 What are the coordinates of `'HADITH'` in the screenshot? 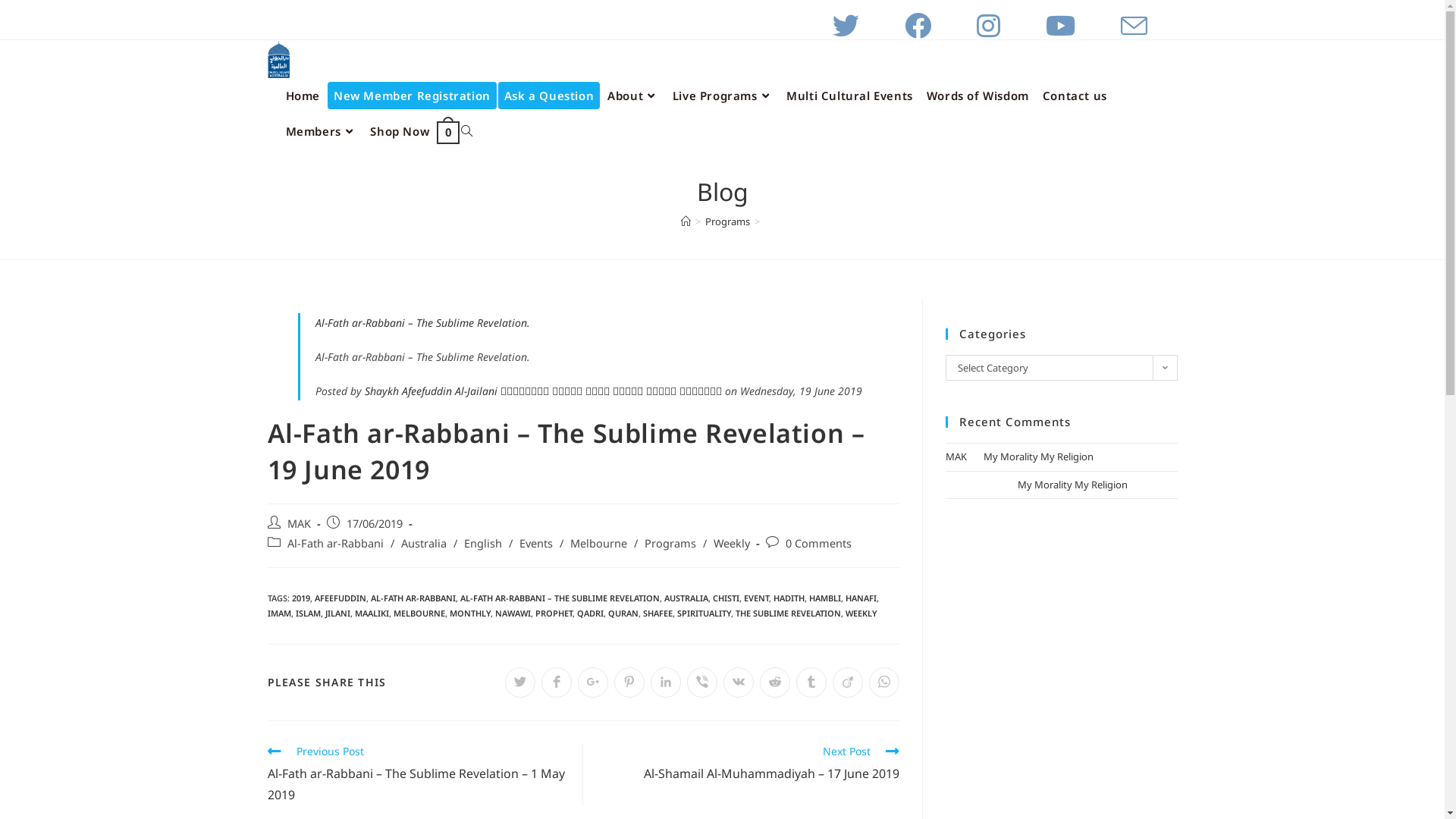 It's located at (789, 597).